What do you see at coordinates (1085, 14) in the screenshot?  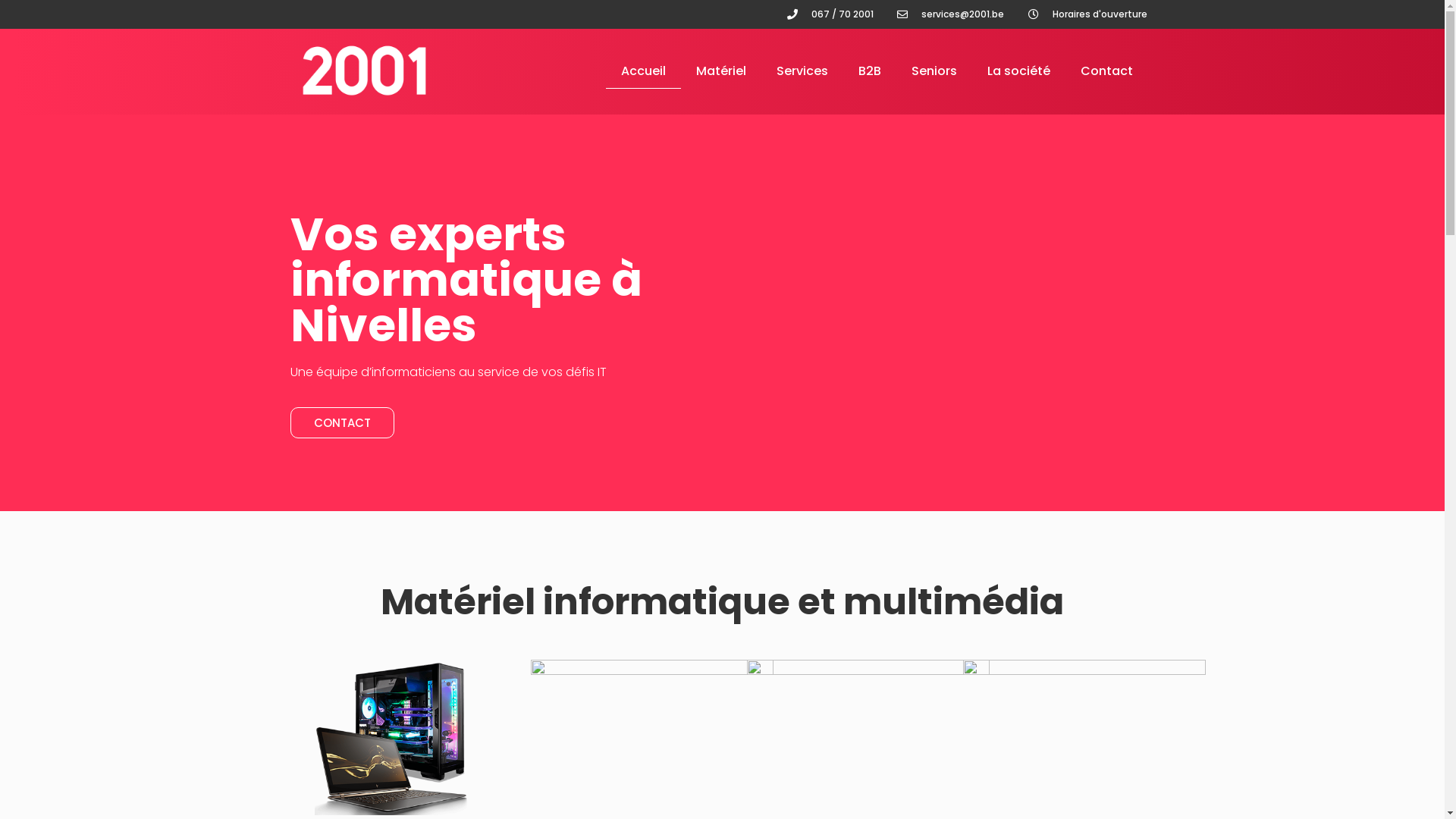 I see `'Horaires d'ouverture'` at bounding box center [1085, 14].